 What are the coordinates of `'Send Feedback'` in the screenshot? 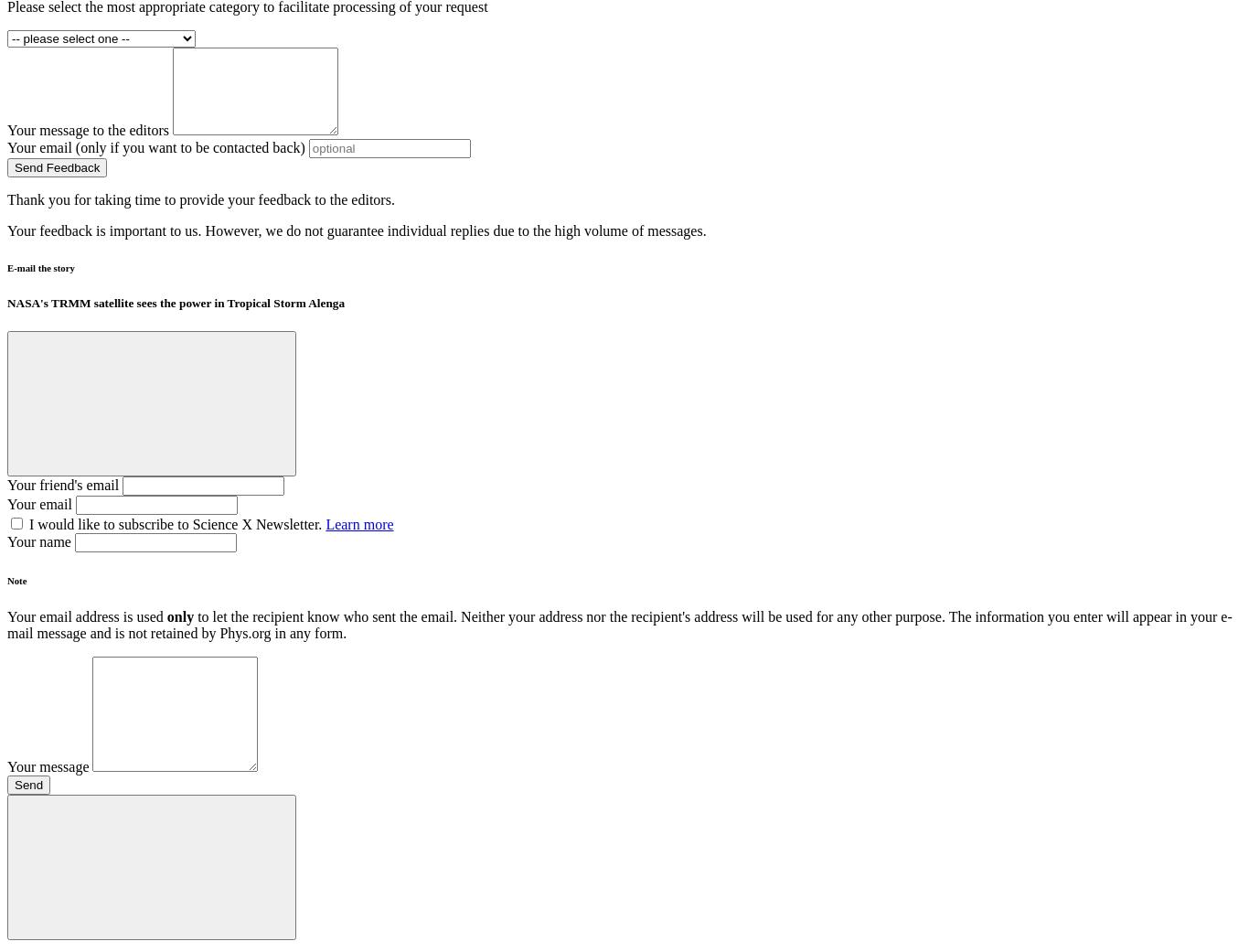 It's located at (14, 166).